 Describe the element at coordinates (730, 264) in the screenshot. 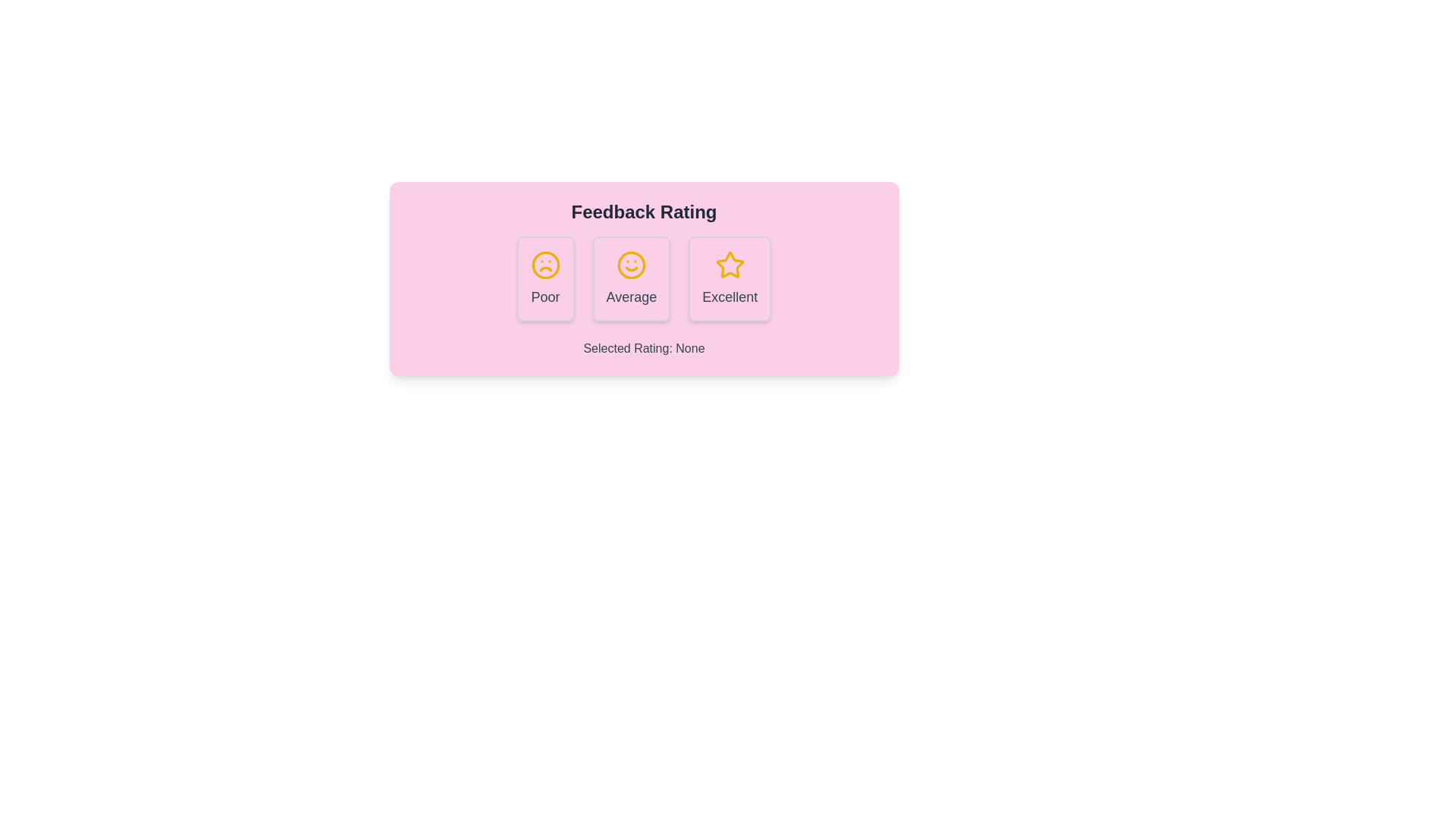

I see `the associated rating level by interacting with the third icon from the left, which symbolizes the 'Excellent' rating in the feedback system` at that location.